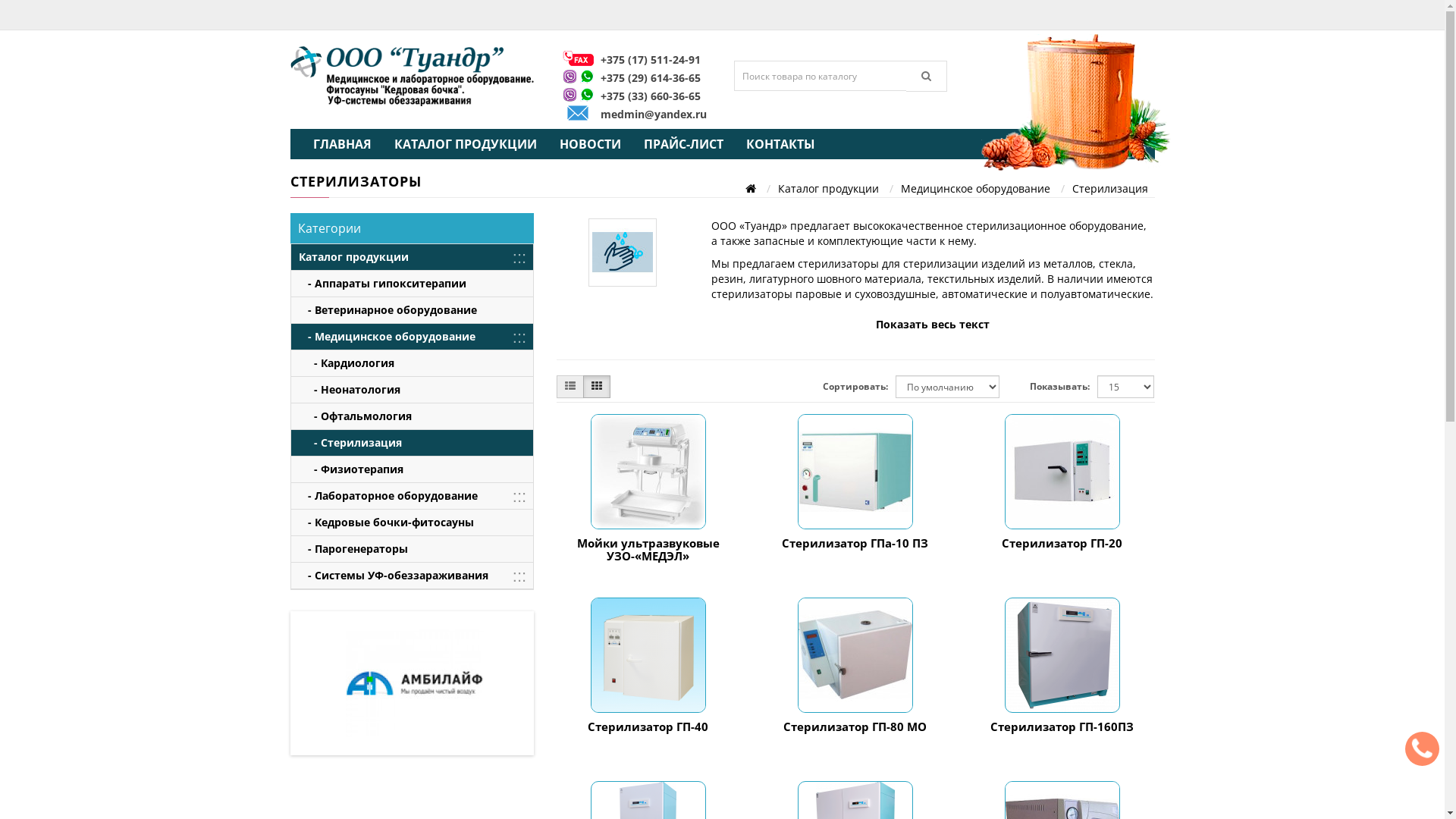 The image size is (1456, 819). I want to click on '+375 (17) 511-24-91', so click(651, 58).